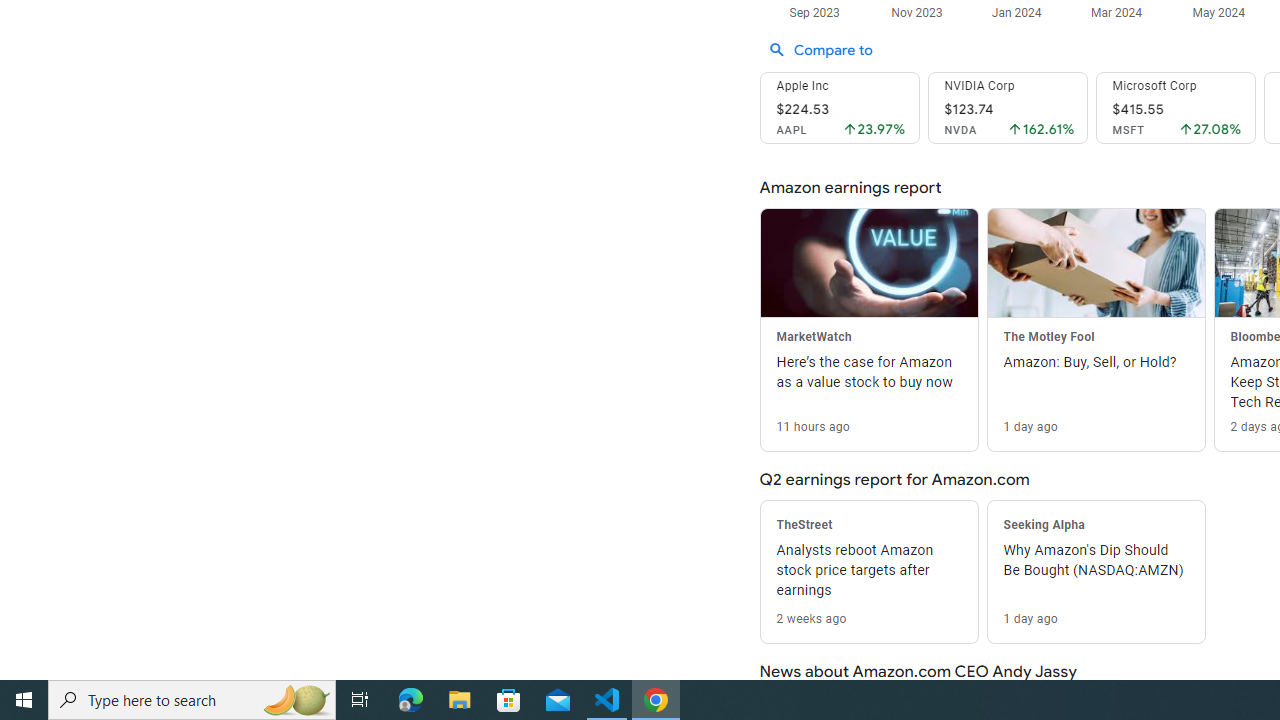  I want to click on 'The Motley Fool Amazon: Buy, Sell, or Hold? 1 day ago', so click(1094, 328).